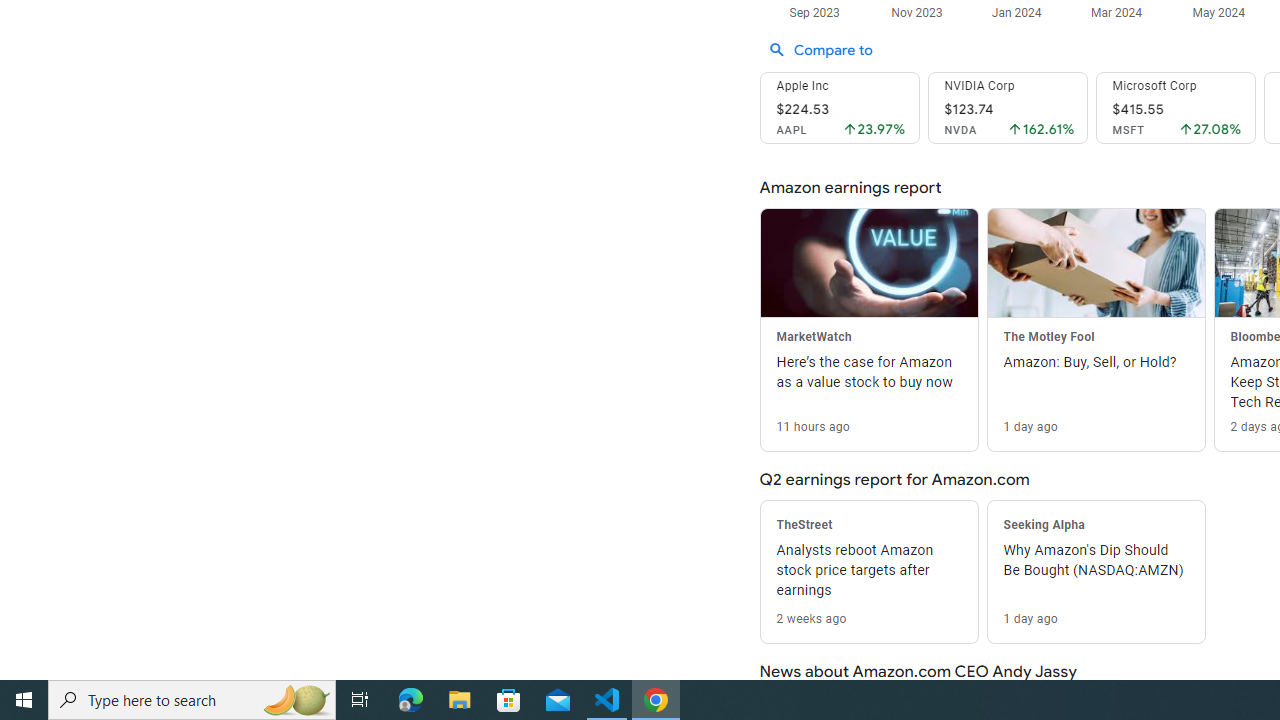  I want to click on 'The Motley Fool Amazon: Buy, Sell, or Hold? 1 day ago', so click(1094, 328).